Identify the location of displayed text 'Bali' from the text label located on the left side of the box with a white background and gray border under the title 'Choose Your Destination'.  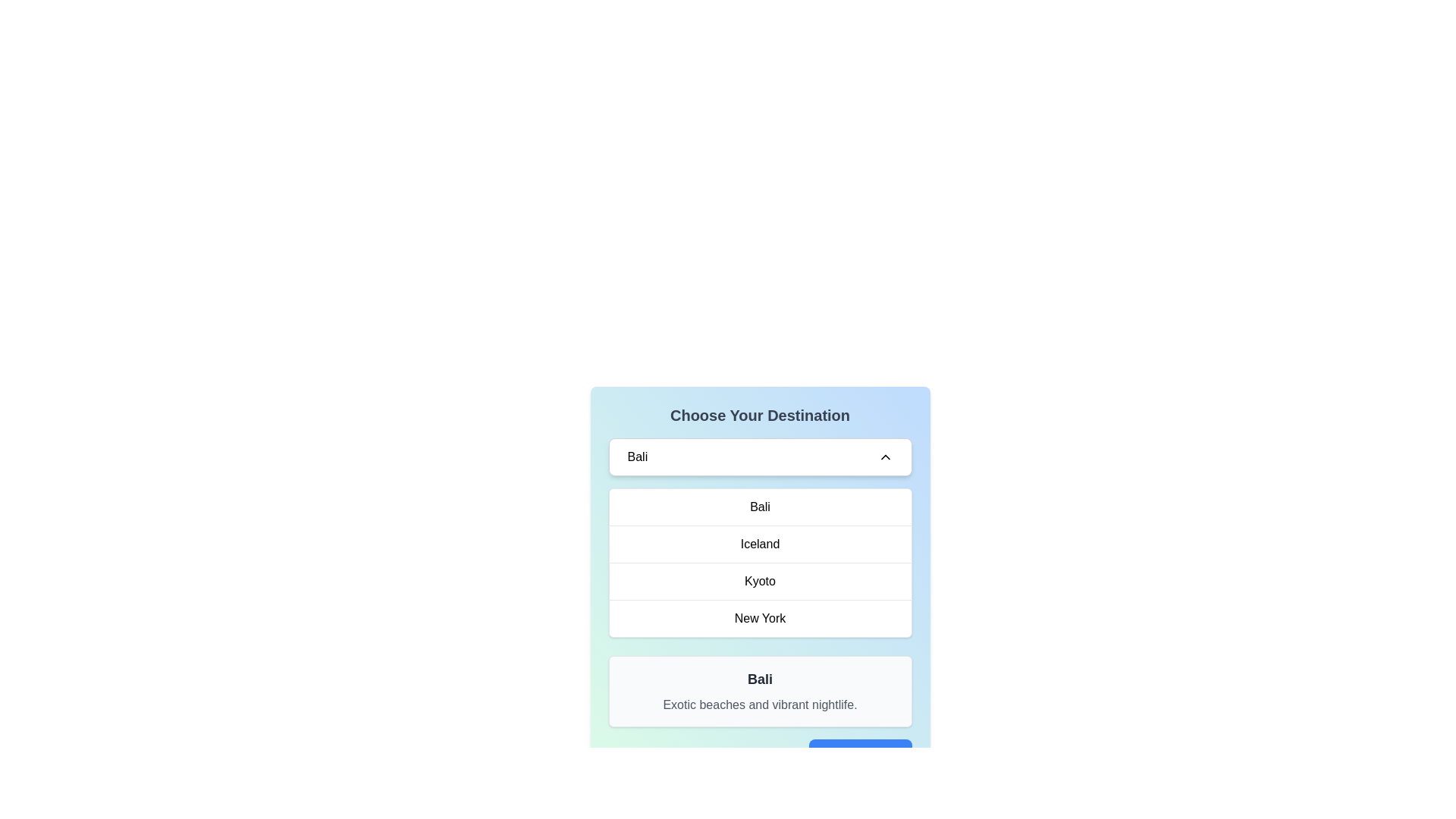
(637, 456).